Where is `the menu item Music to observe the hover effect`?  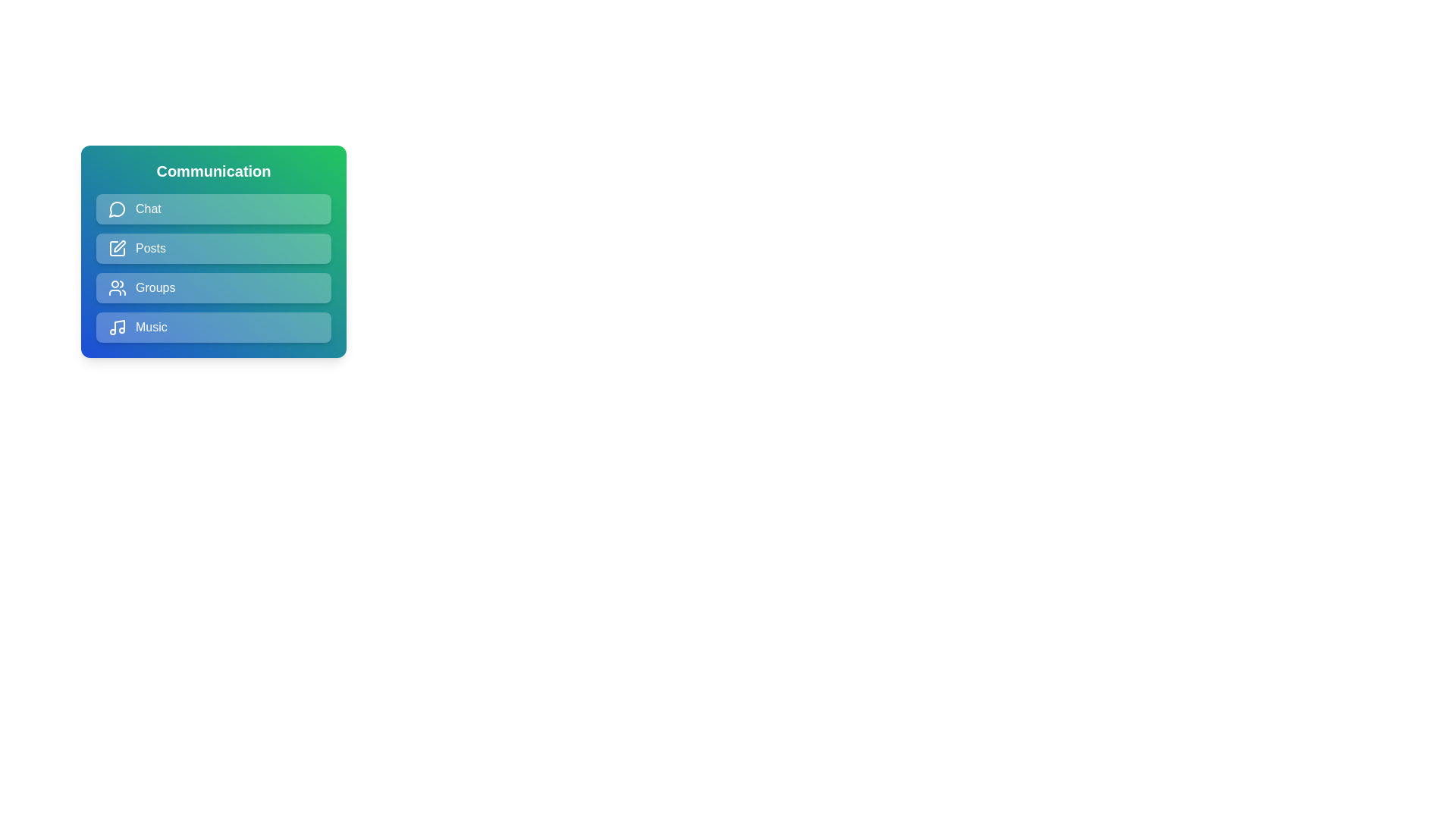
the menu item Music to observe the hover effect is located at coordinates (213, 327).